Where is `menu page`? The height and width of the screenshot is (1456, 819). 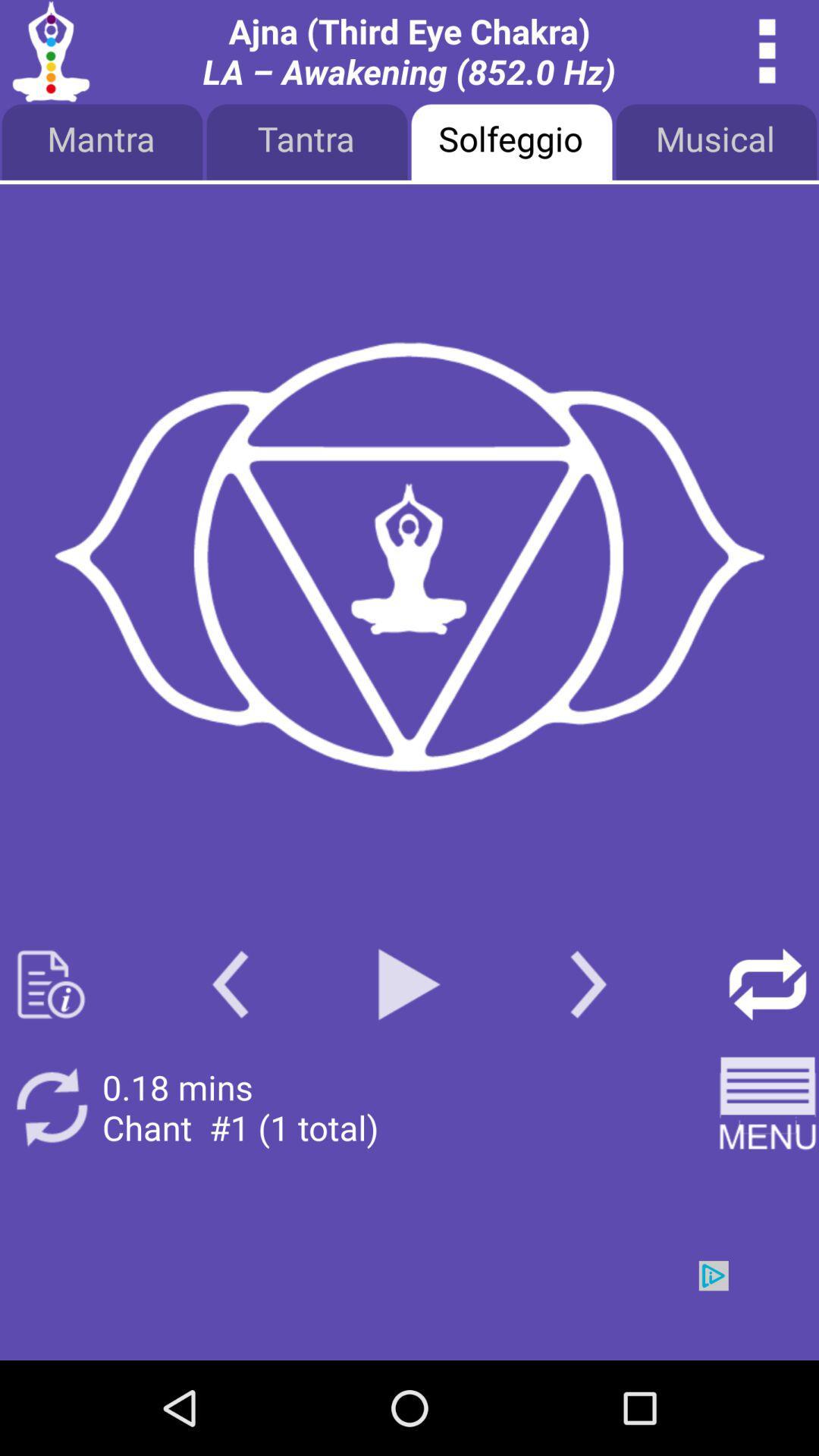
menu page is located at coordinates (408, 557).